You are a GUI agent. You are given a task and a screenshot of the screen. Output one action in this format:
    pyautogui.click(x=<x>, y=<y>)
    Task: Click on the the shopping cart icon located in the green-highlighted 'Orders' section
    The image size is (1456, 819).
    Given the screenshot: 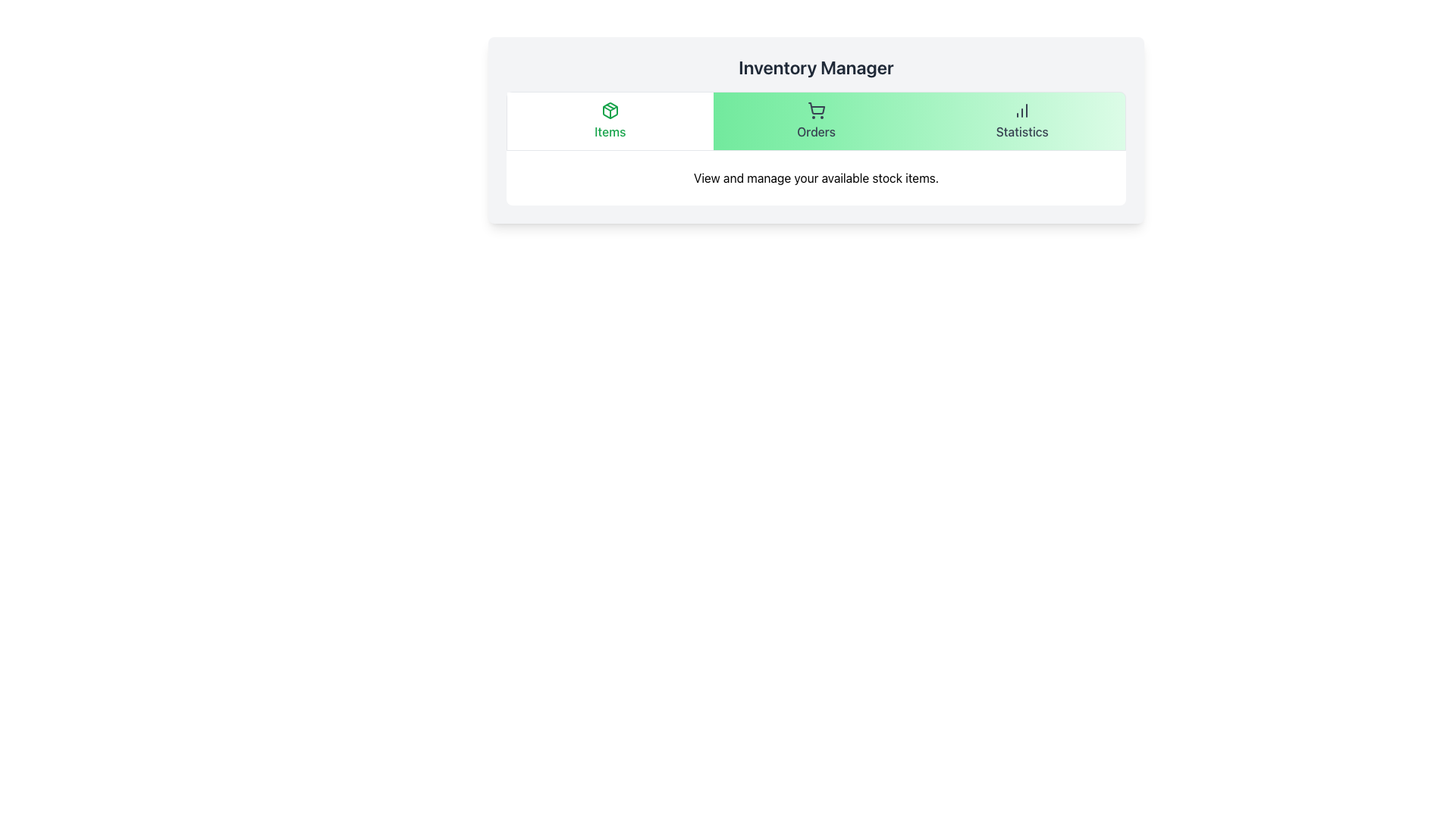 What is the action you would take?
    pyautogui.click(x=815, y=110)
    